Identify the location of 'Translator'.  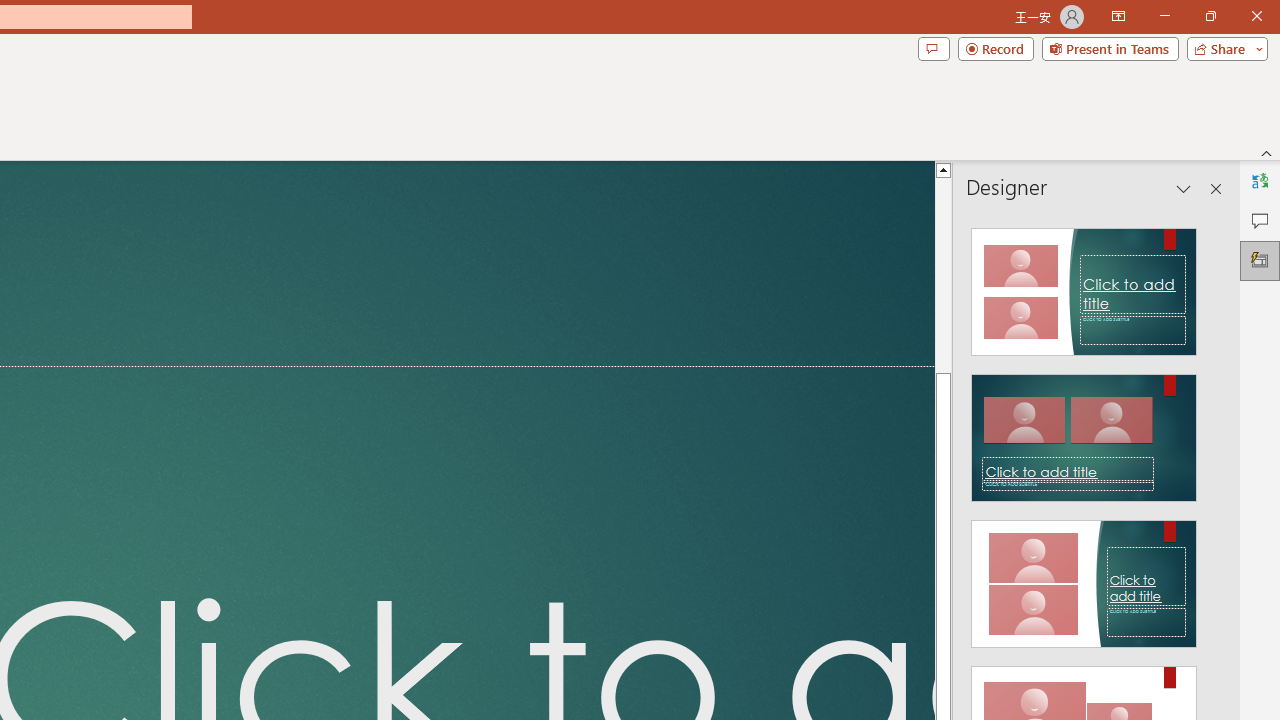
(1259, 181).